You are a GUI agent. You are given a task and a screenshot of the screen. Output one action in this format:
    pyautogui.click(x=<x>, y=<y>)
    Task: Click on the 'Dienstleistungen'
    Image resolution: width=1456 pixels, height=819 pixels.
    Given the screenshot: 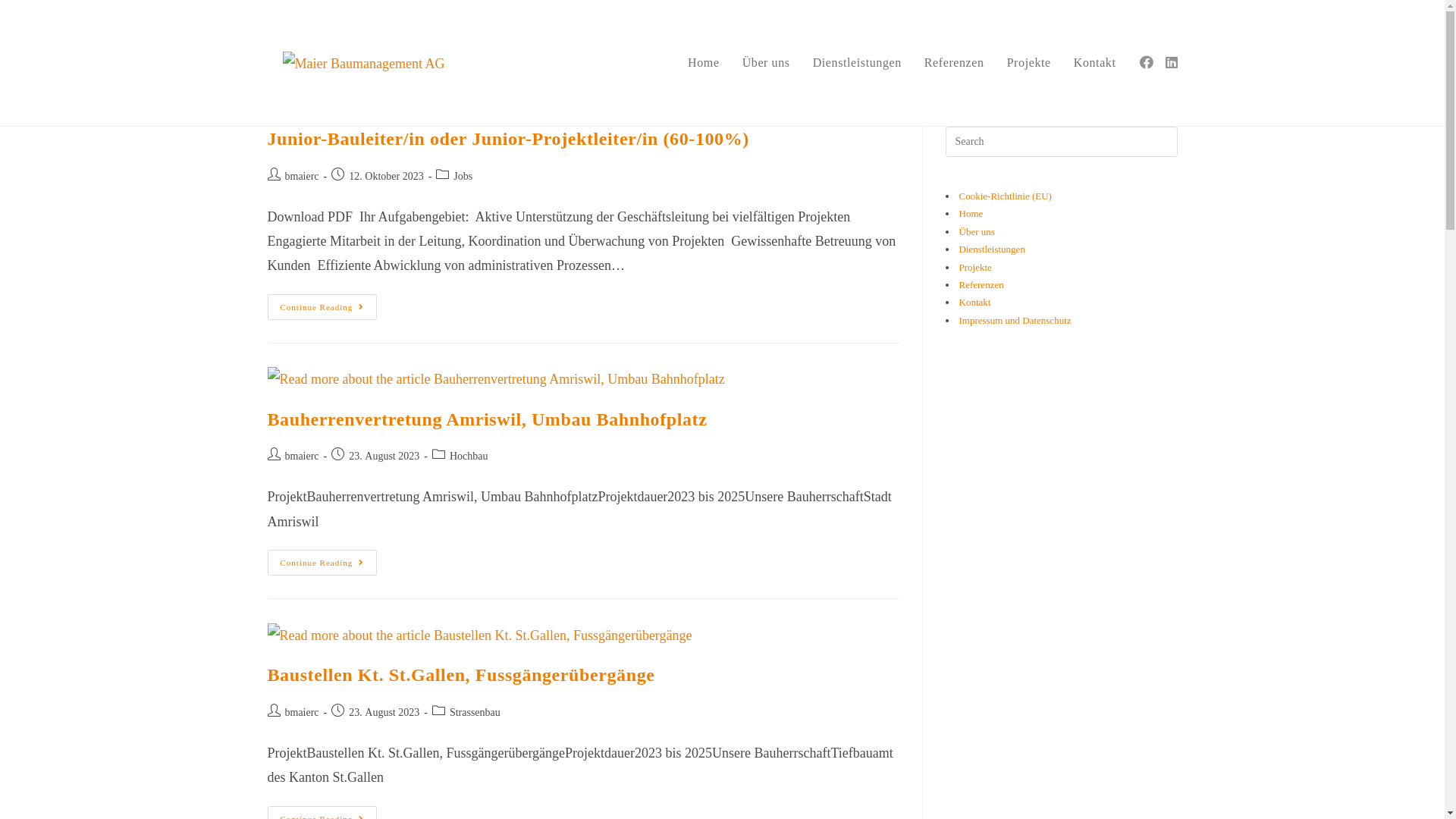 What is the action you would take?
    pyautogui.click(x=857, y=62)
    